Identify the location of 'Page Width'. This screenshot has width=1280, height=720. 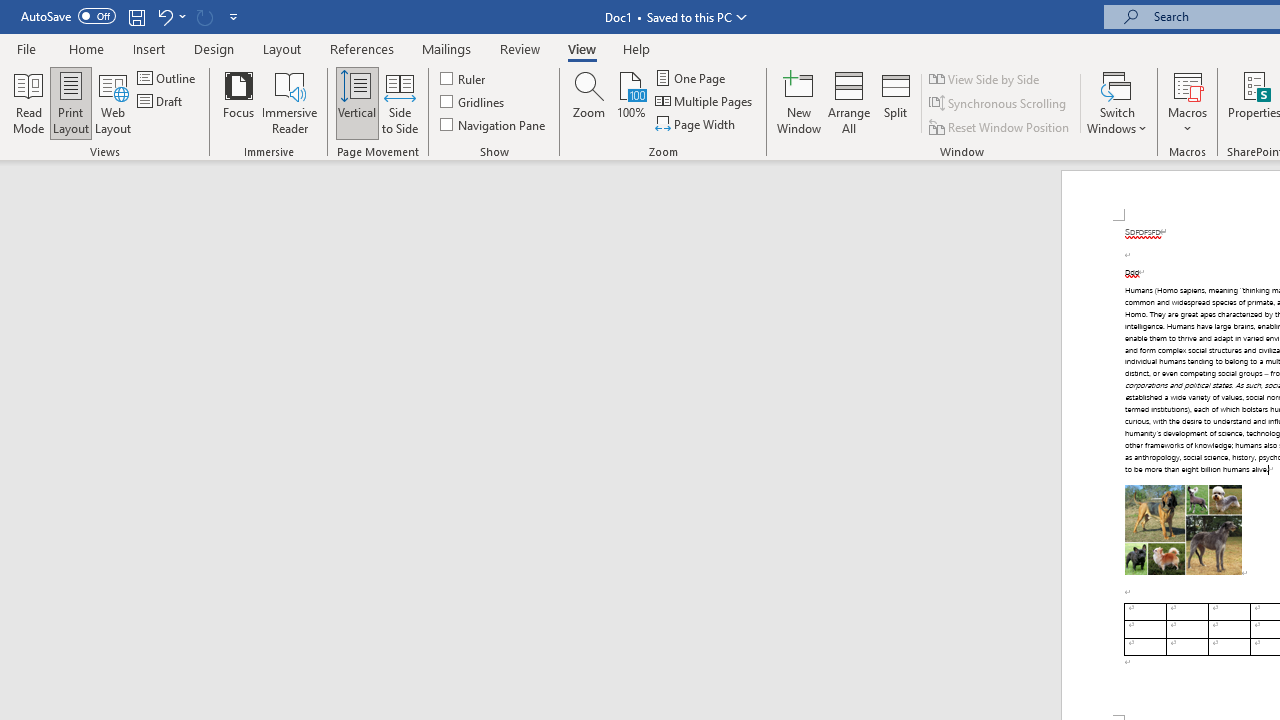
(696, 124).